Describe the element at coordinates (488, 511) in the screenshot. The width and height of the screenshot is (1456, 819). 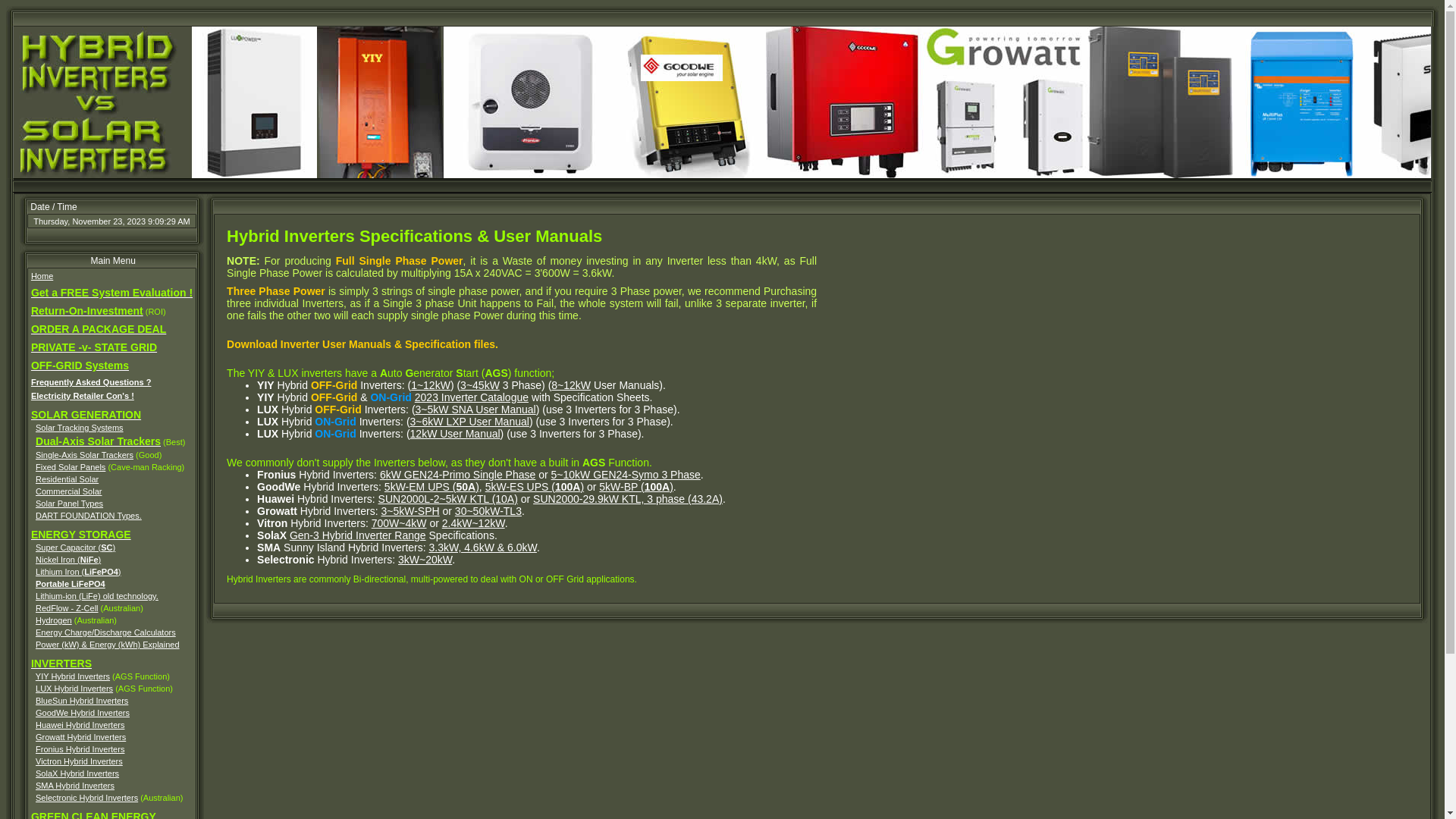
I see `'30~50kW-TL3'` at that location.